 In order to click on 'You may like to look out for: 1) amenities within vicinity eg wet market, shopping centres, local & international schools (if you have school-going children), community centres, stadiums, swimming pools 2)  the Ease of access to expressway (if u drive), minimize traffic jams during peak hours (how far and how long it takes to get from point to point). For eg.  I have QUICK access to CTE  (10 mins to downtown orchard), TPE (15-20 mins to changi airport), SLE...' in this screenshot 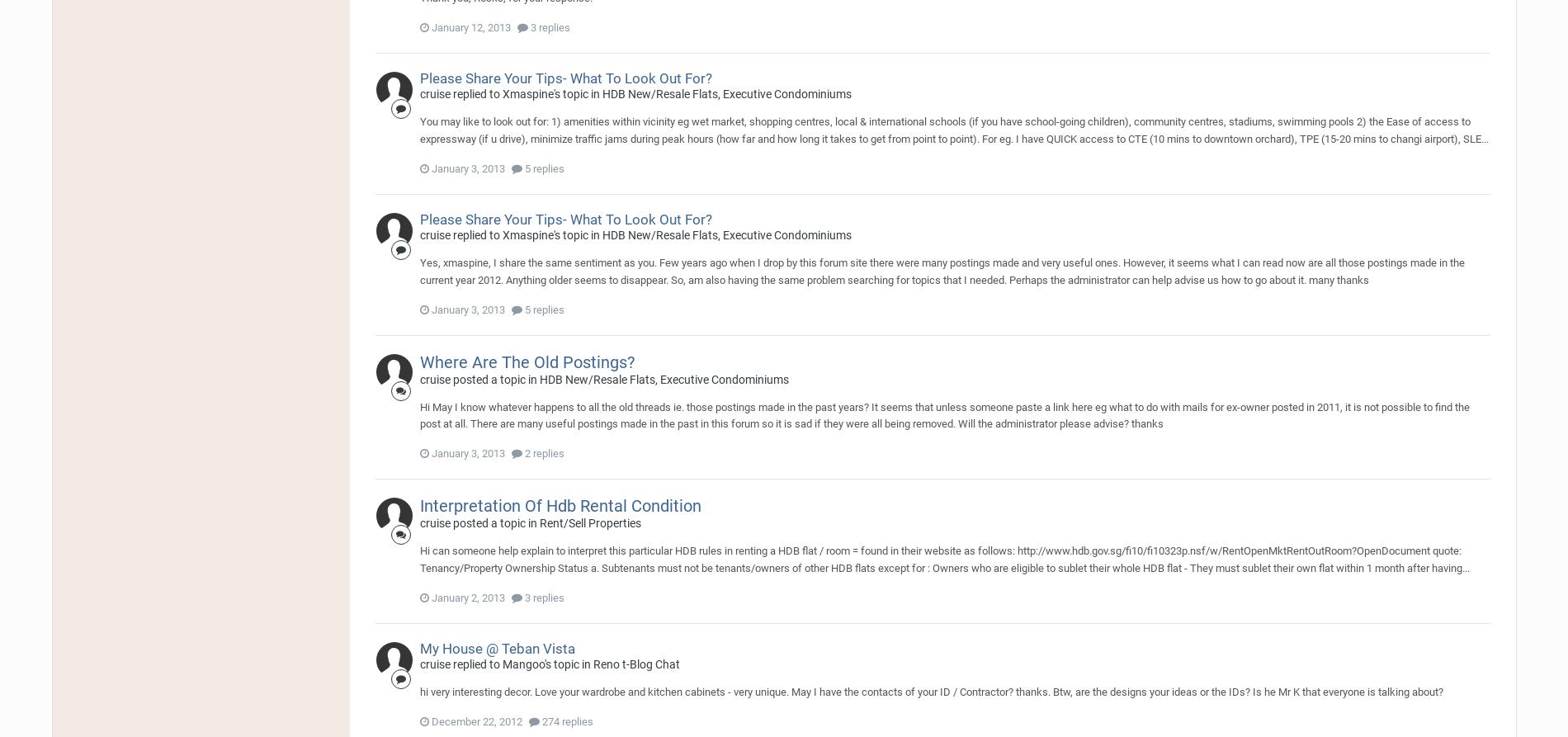, I will do `click(953, 129)`.